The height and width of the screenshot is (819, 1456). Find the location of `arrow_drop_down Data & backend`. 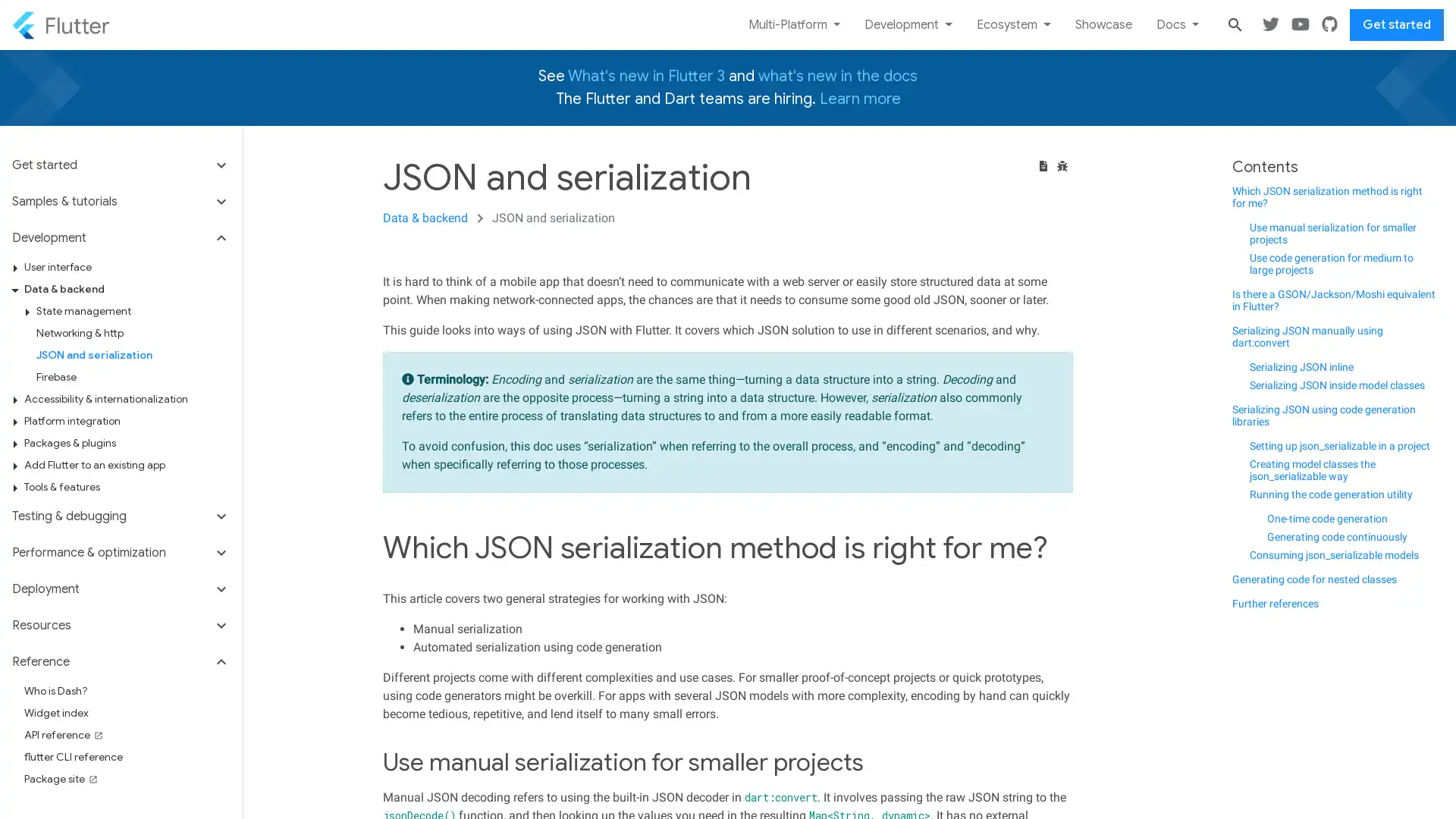

arrow_drop_down Data & backend is located at coordinates (127, 289).